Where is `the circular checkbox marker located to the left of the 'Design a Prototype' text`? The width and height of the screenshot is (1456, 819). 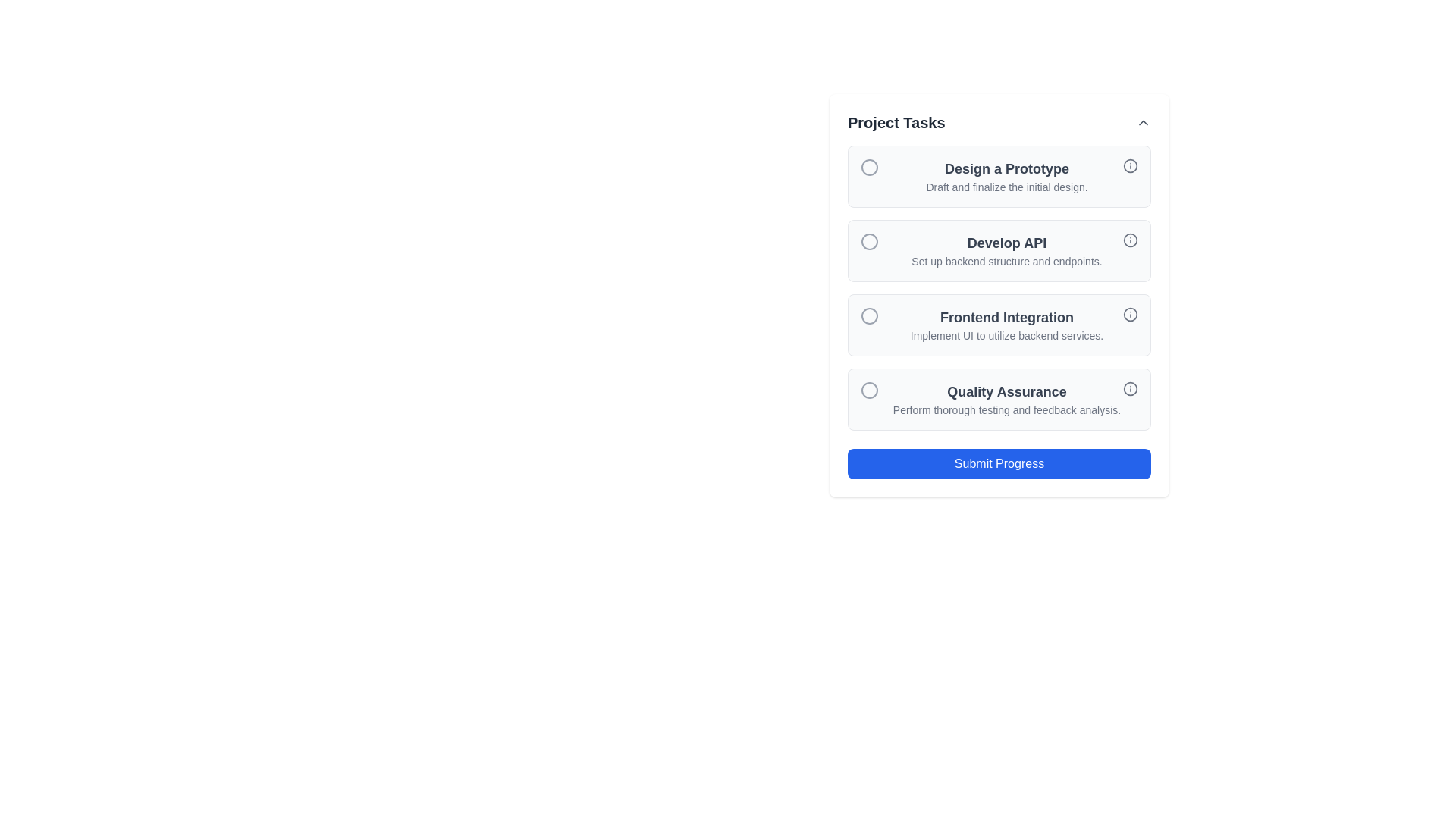 the circular checkbox marker located to the left of the 'Design a Prototype' text is located at coordinates (870, 167).